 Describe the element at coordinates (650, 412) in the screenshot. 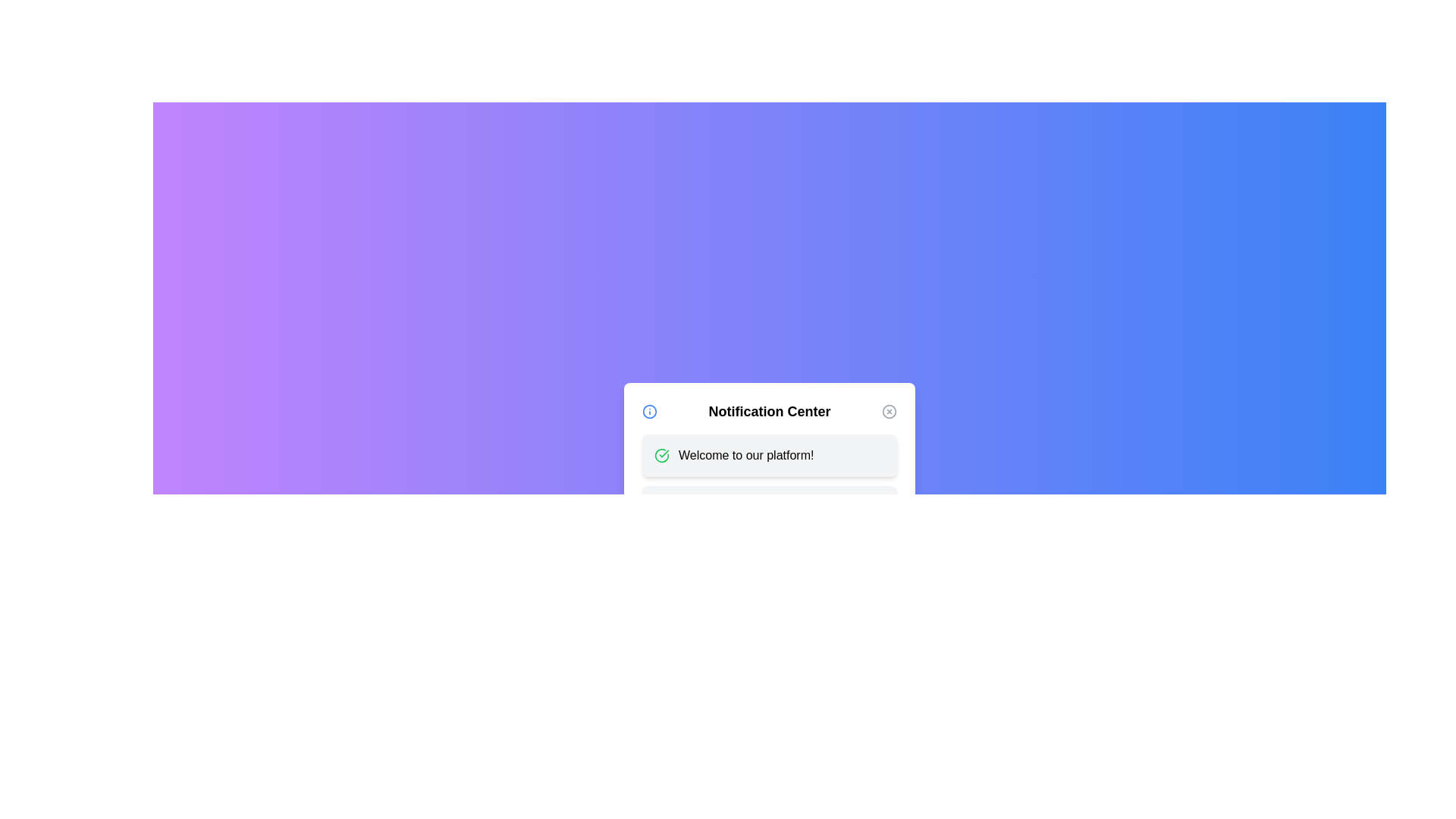

I see `the blue circular information icon with a lowercase 'i', located to the left of the 'Notification Center' text in the header section` at that location.